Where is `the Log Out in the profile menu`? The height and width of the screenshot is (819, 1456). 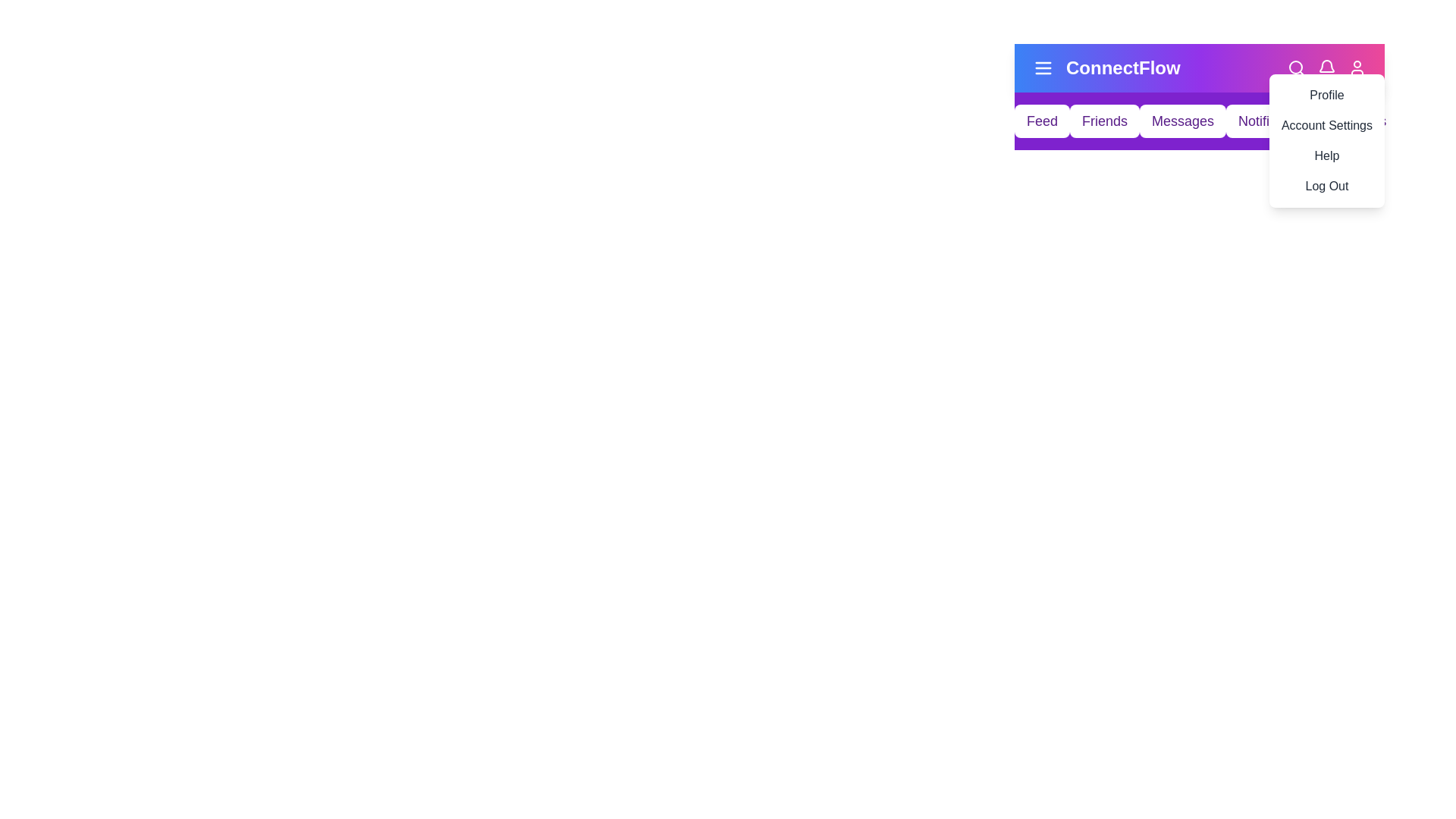
the Log Out in the profile menu is located at coordinates (1325, 186).